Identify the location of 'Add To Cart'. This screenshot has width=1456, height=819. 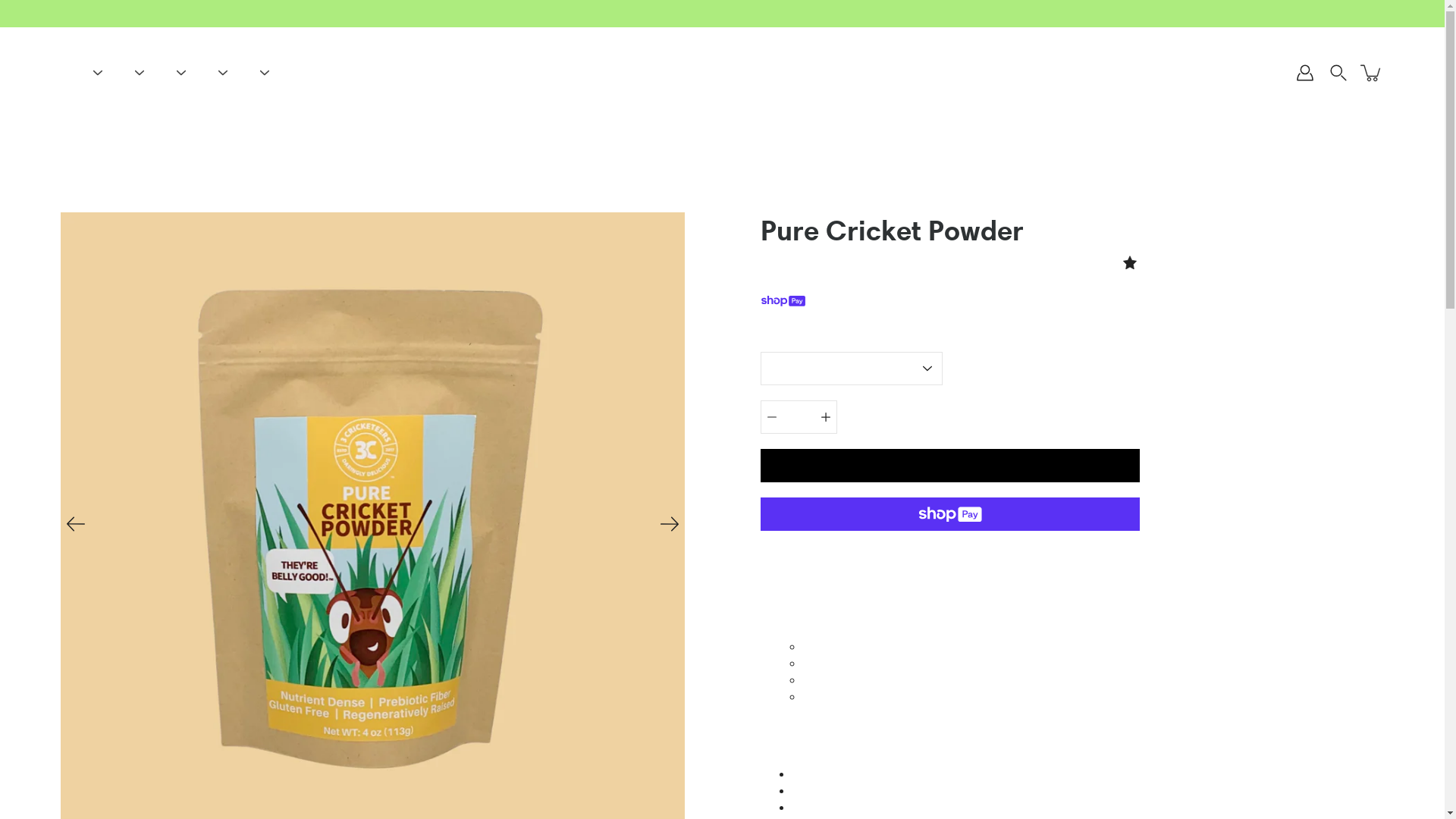
(949, 464).